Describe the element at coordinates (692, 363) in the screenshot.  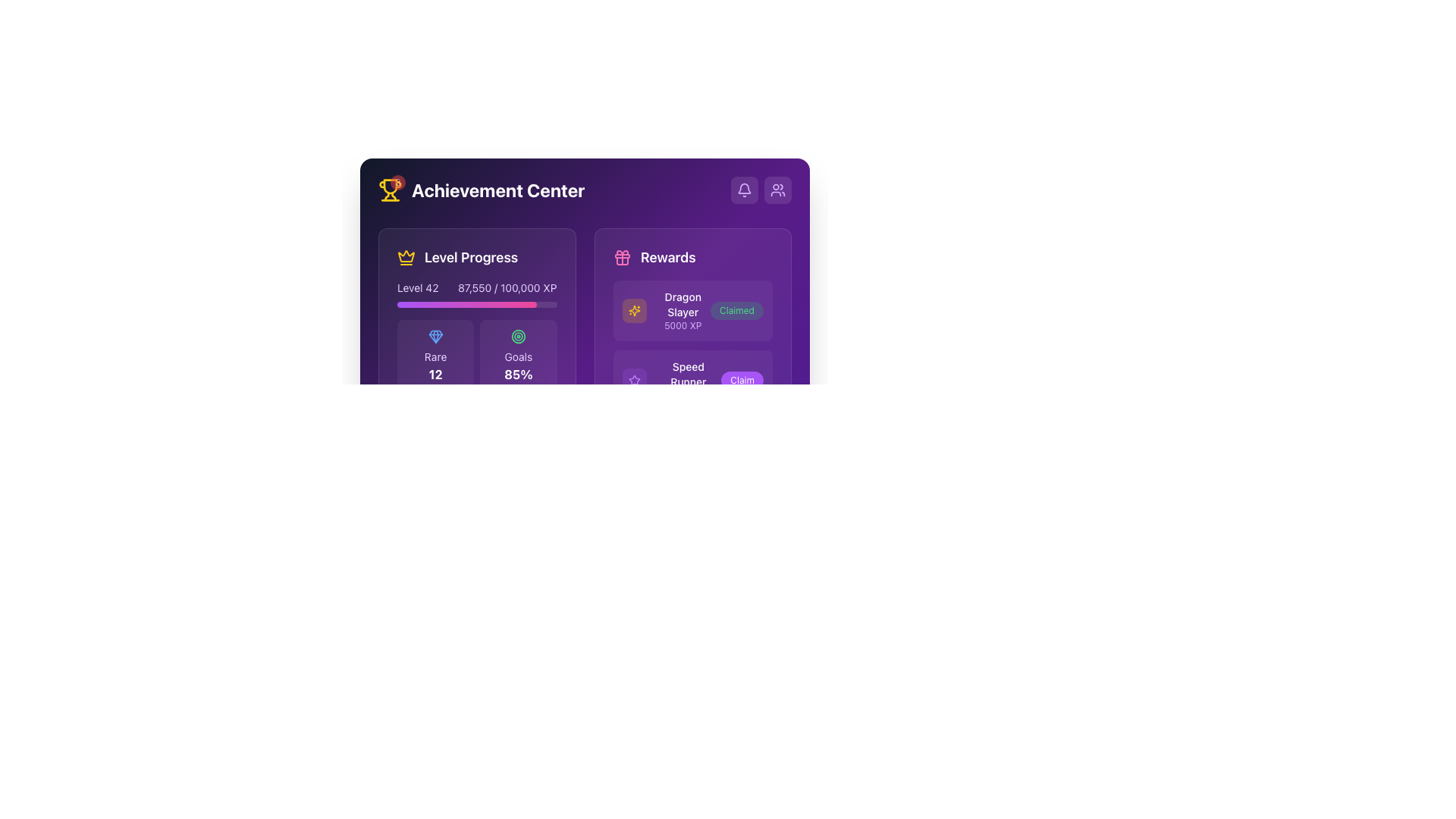
I see `the details of the rewards by reading the labels in the 'Rewards' section, which features a header and three task cards on the right side of the interface` at that location.